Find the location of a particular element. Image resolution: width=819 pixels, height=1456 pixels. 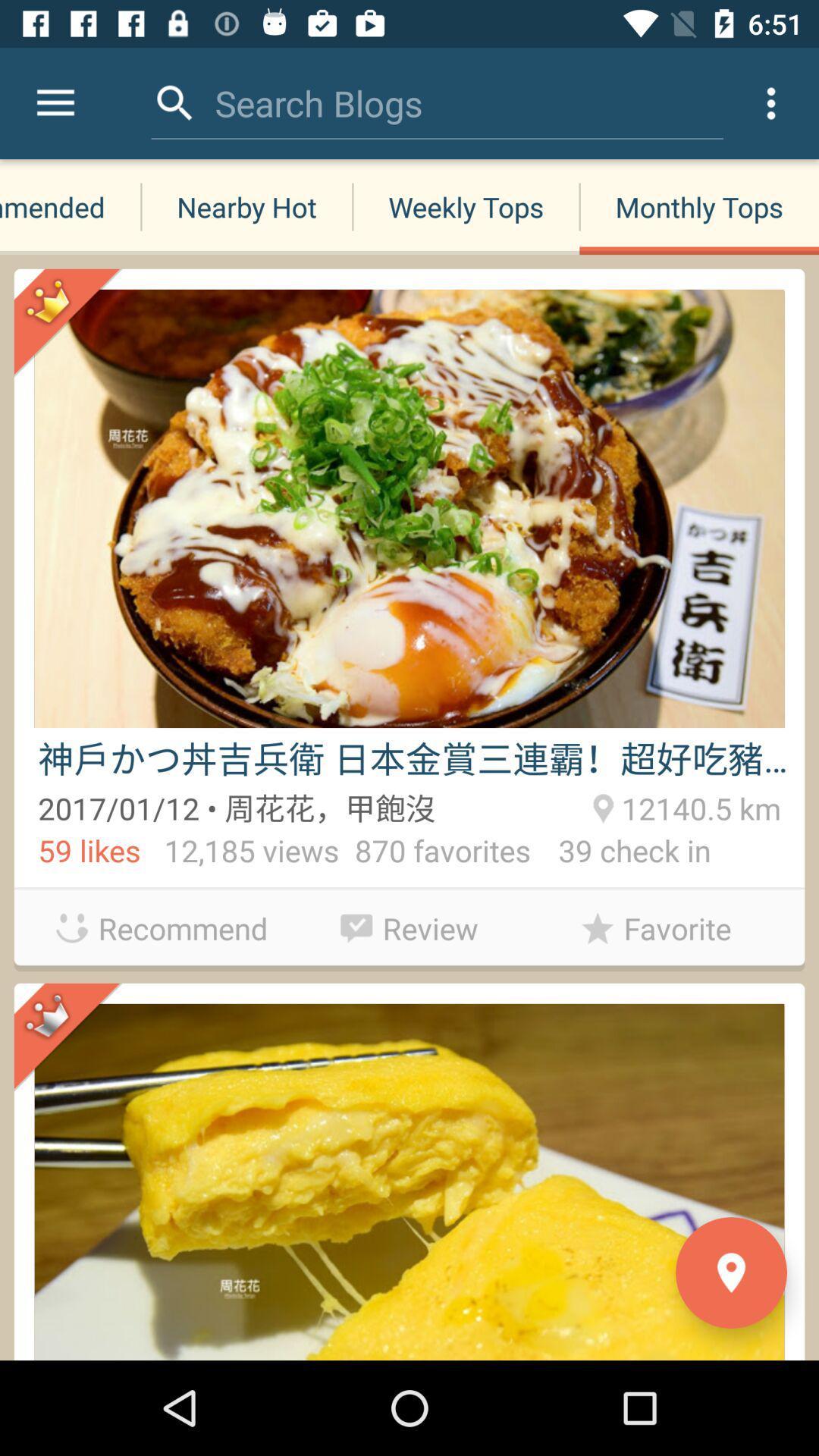

the item to the right of 870 favorites icon is located at coordinates (620, 854).